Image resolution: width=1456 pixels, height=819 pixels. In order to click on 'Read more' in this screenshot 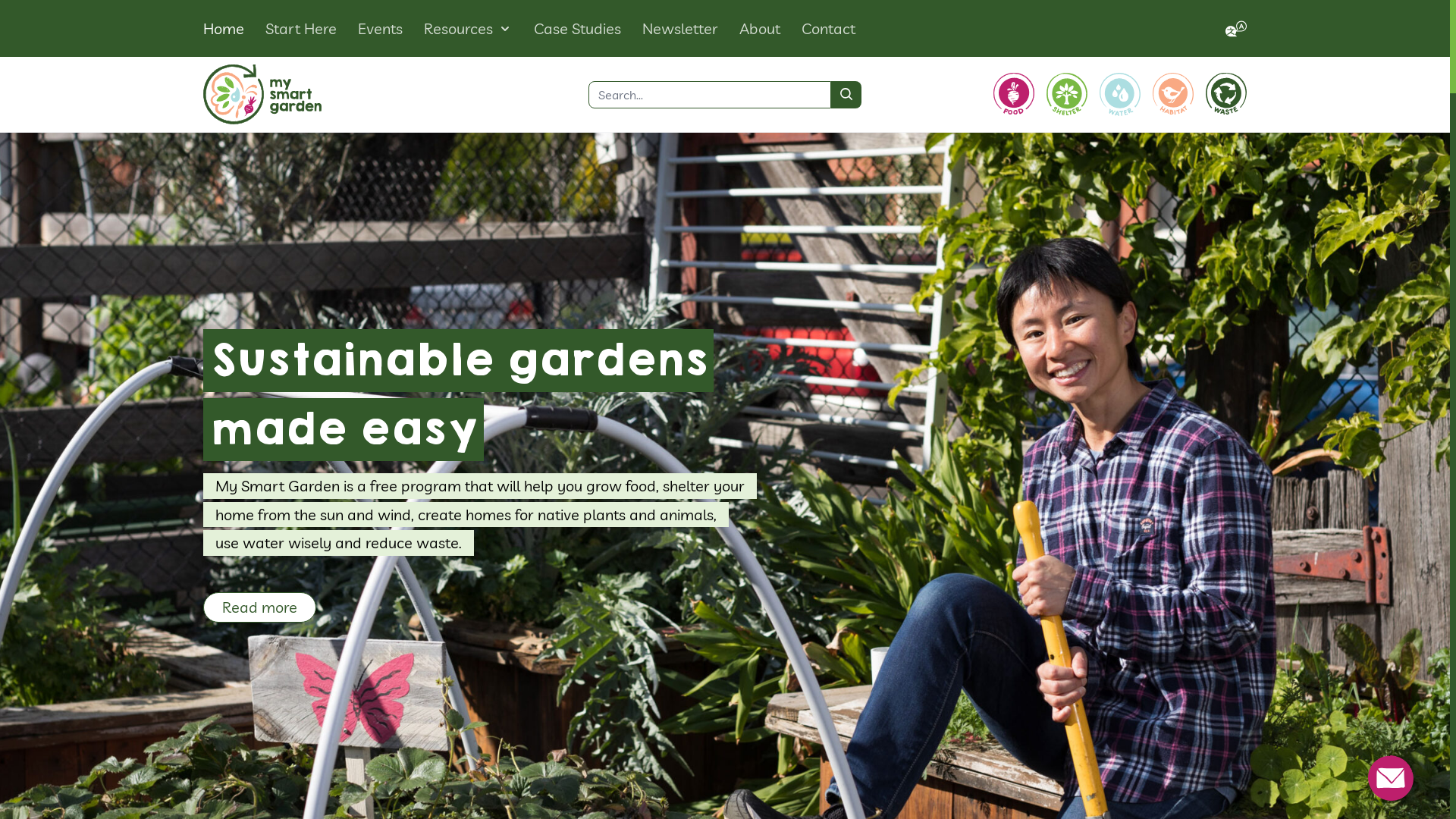, I will do `click(259, 607)`.